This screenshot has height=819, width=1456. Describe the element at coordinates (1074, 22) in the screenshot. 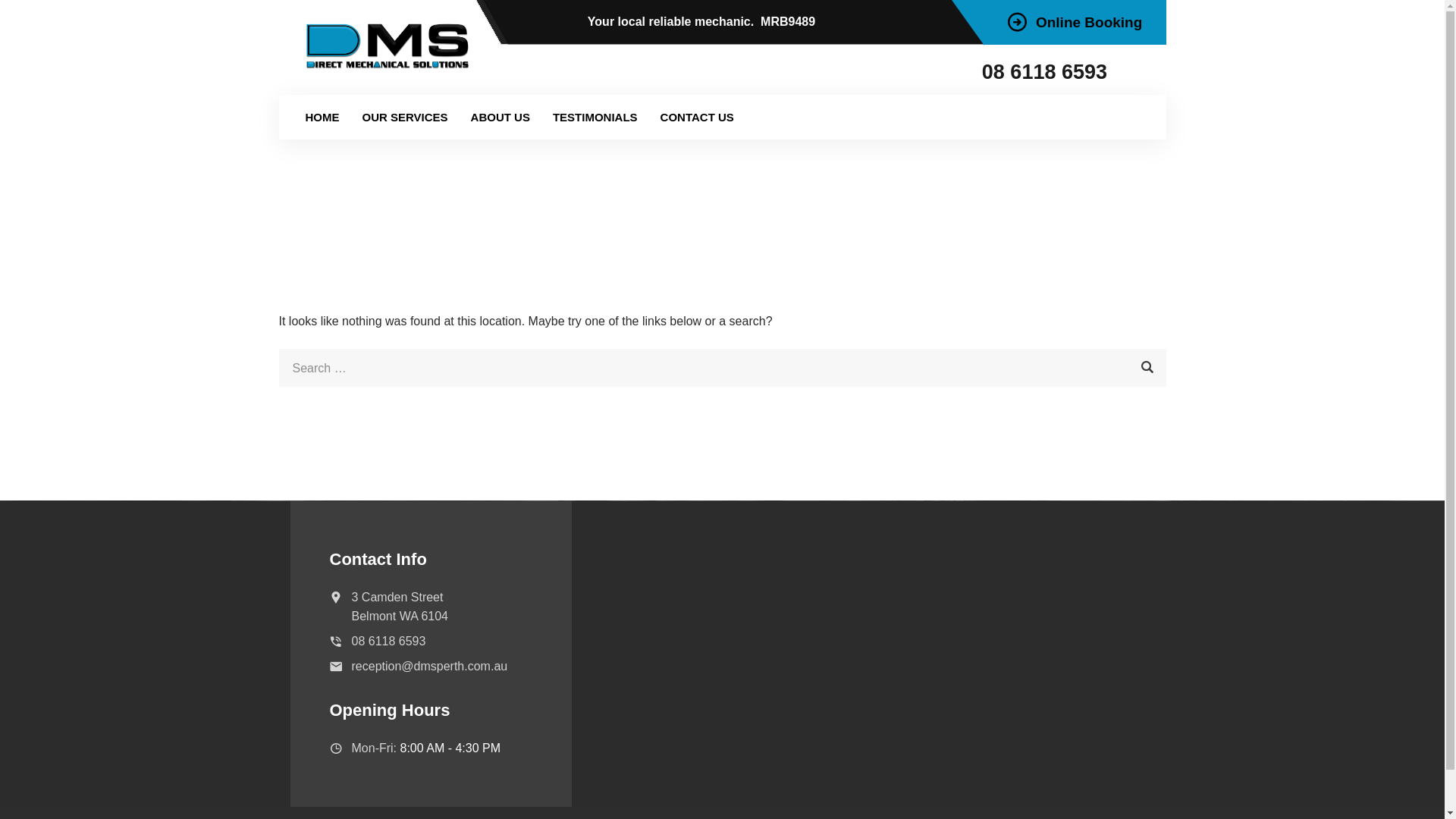

I see `'Online Booking'` at that location.